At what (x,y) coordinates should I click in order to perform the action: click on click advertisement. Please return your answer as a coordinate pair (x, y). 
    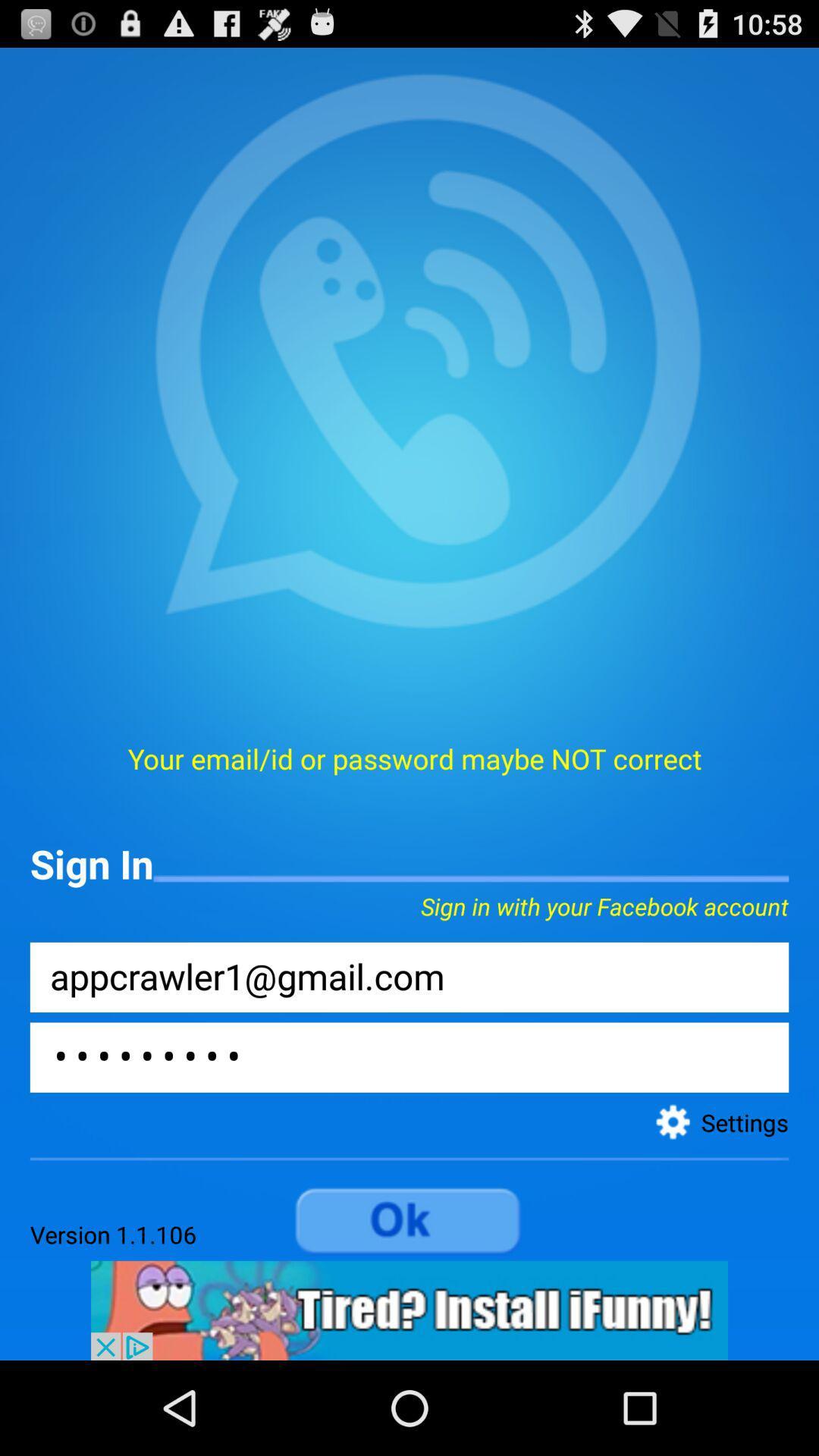
    Looking at the image, I should click on (409, 1310).